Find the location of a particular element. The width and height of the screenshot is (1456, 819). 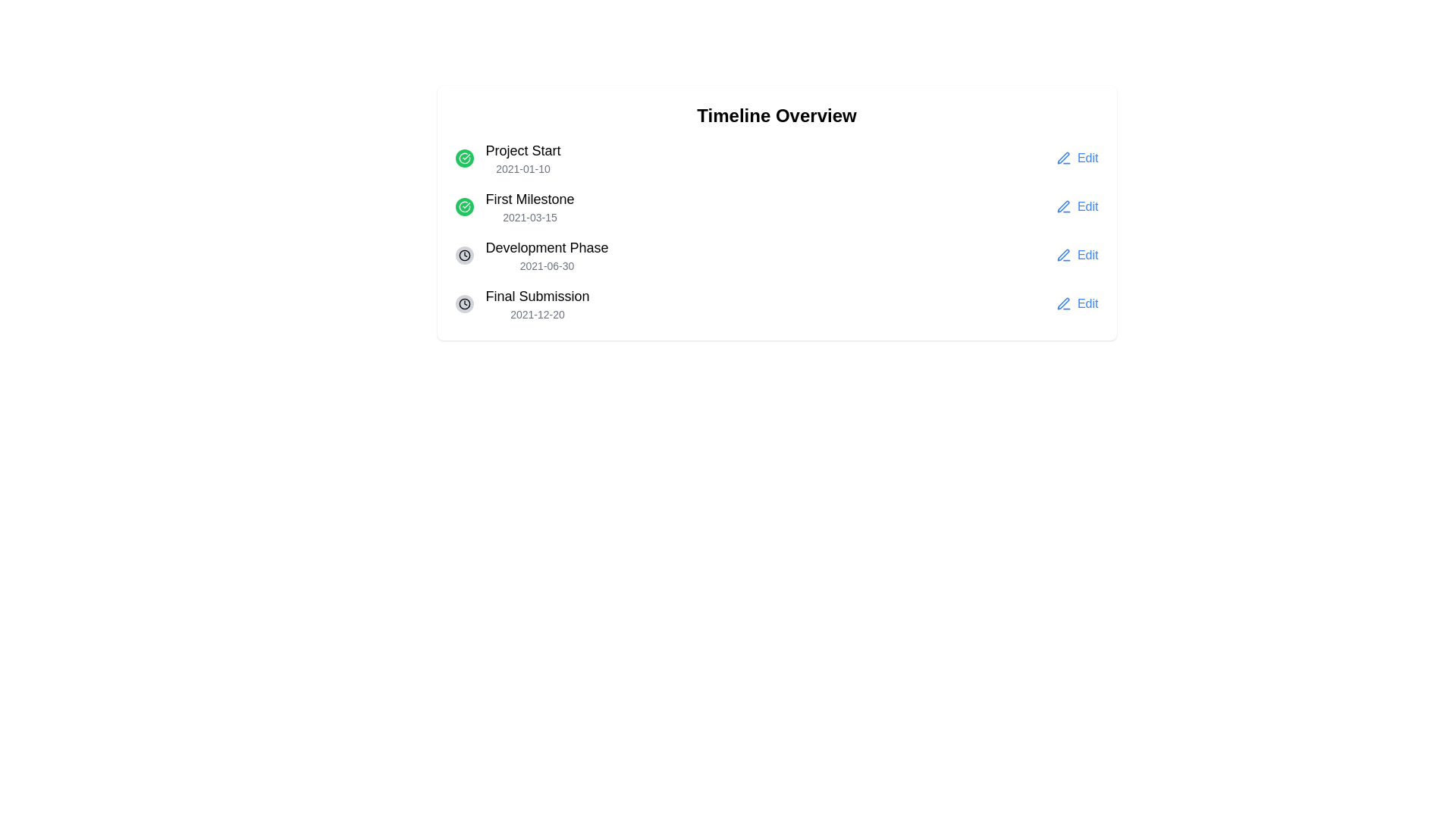

the edit icon located to the right of the 'Project Start' milestone text in the timeline interface is located at coordinates (1062, 158).